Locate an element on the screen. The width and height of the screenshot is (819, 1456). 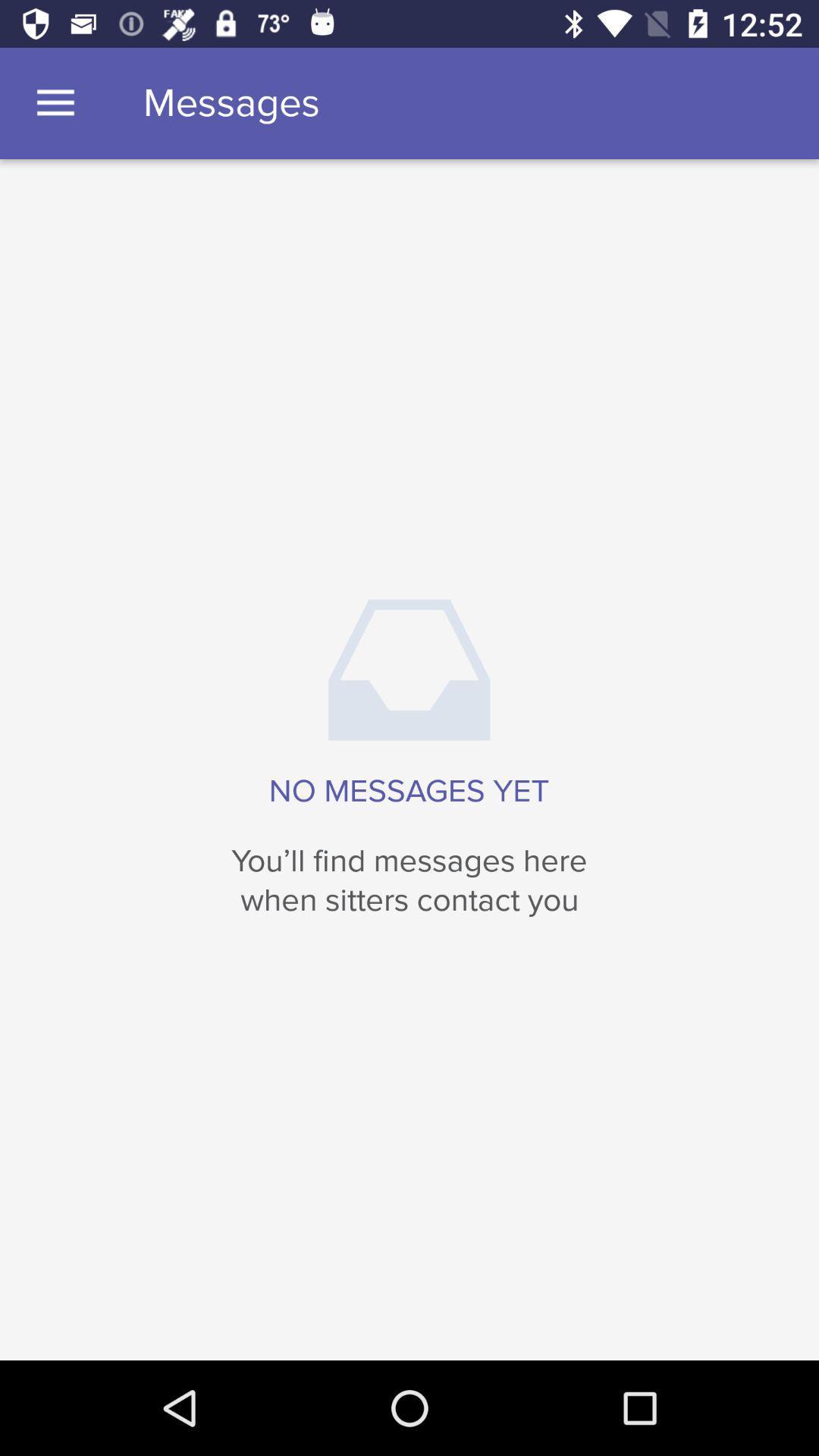
the icon next to messages item is located at coordinates (55, 102).